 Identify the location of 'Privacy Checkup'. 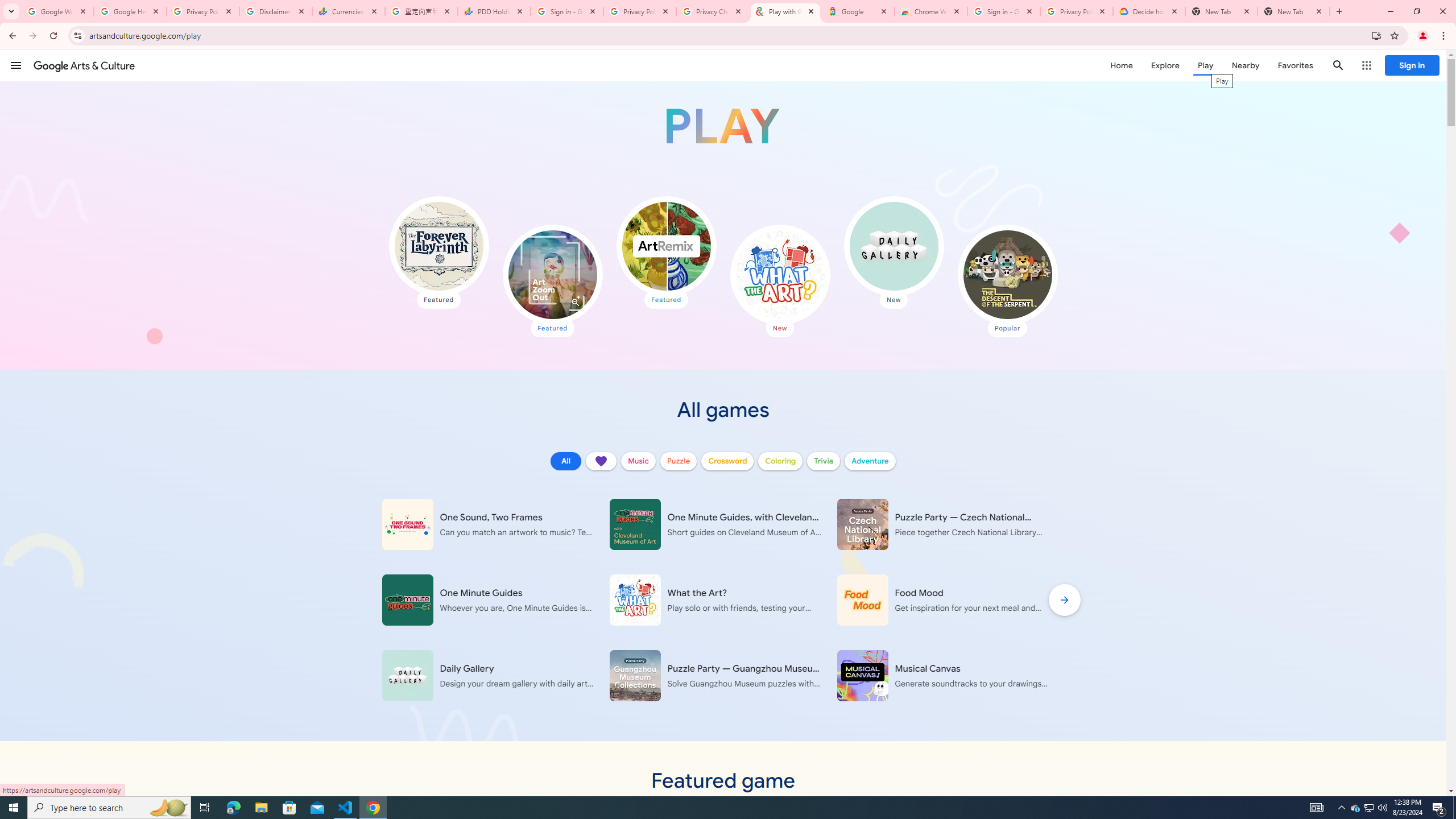
(712, 11).